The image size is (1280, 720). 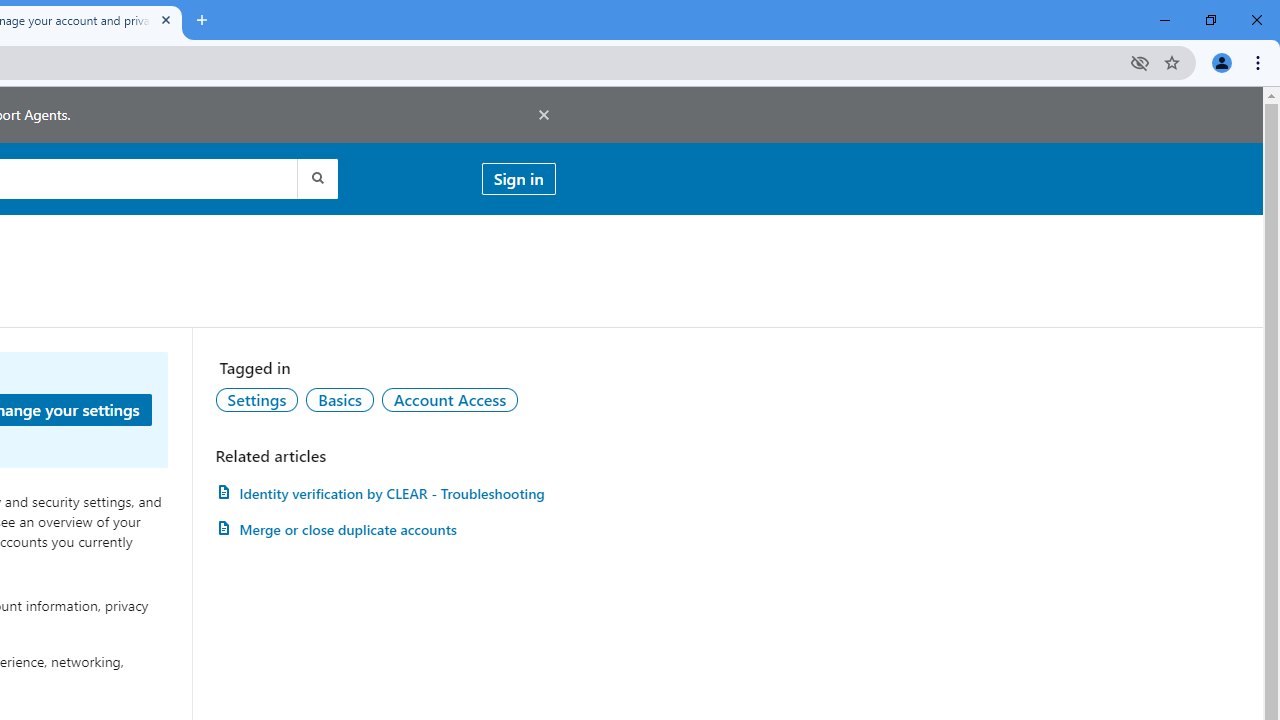 What do you see at coordinates (448, 399) in the screenshot?
I see `'Account Access'` at bounding box center [448, 399].